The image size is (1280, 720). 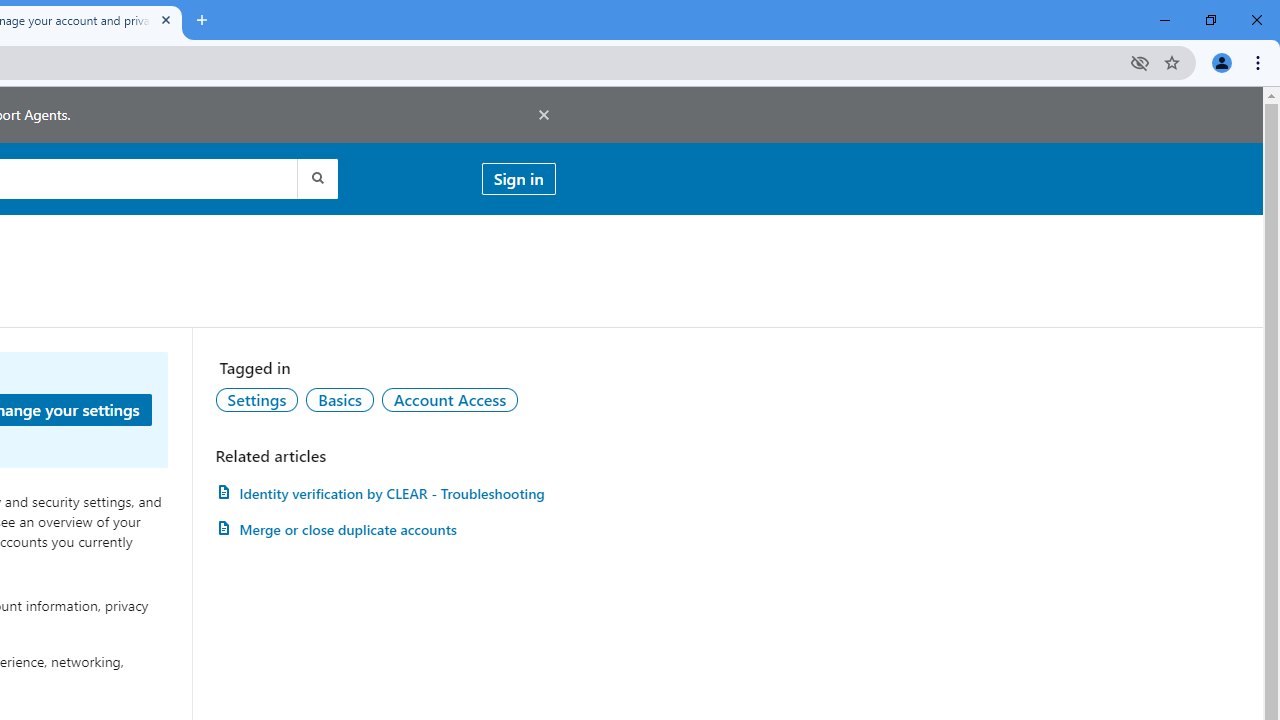 What do you see at coordinates (448, 399) in the screenshot?
I see `'Account Access'` at bounding box center [448, 399].